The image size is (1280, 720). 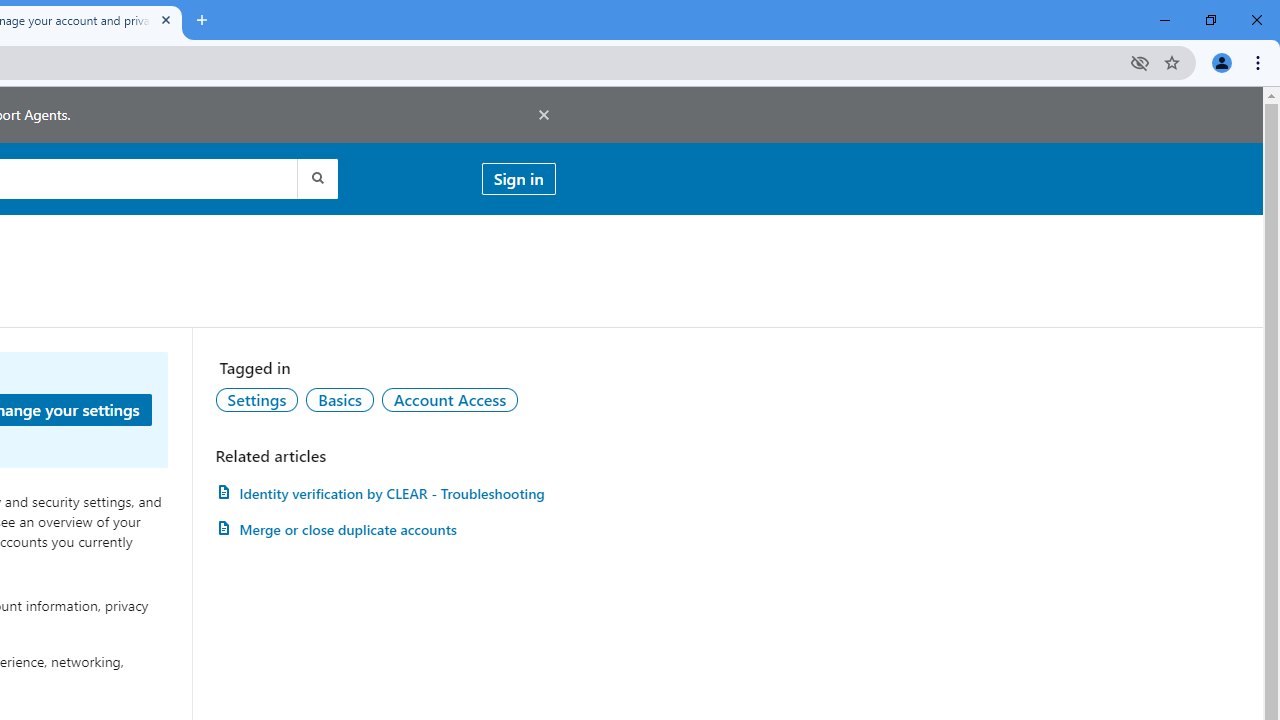 What do you see at coordinates (448, 399) in the screenshot?
I see `'Account Access'` at bounding box center [448, 399].